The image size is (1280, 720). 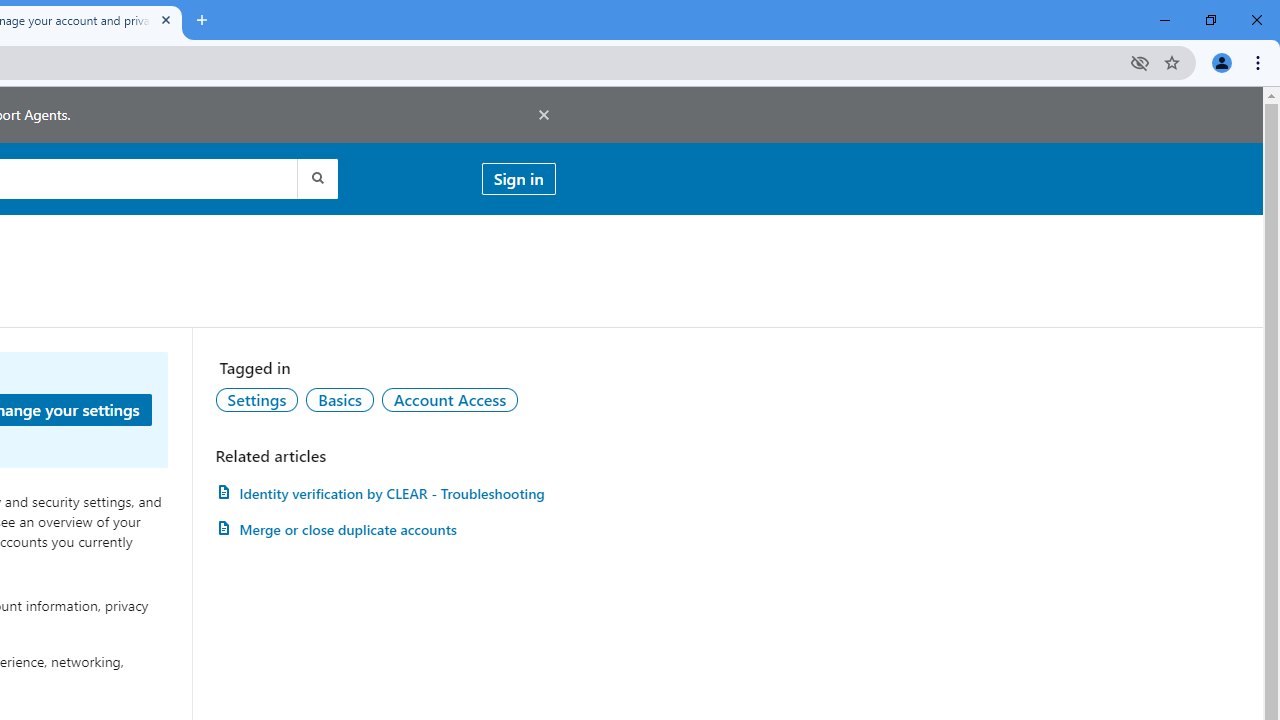 What do you see at coordinates (448, 399) in the screenshot?
I see `'Account Access'` at bounding box center [448, 399].